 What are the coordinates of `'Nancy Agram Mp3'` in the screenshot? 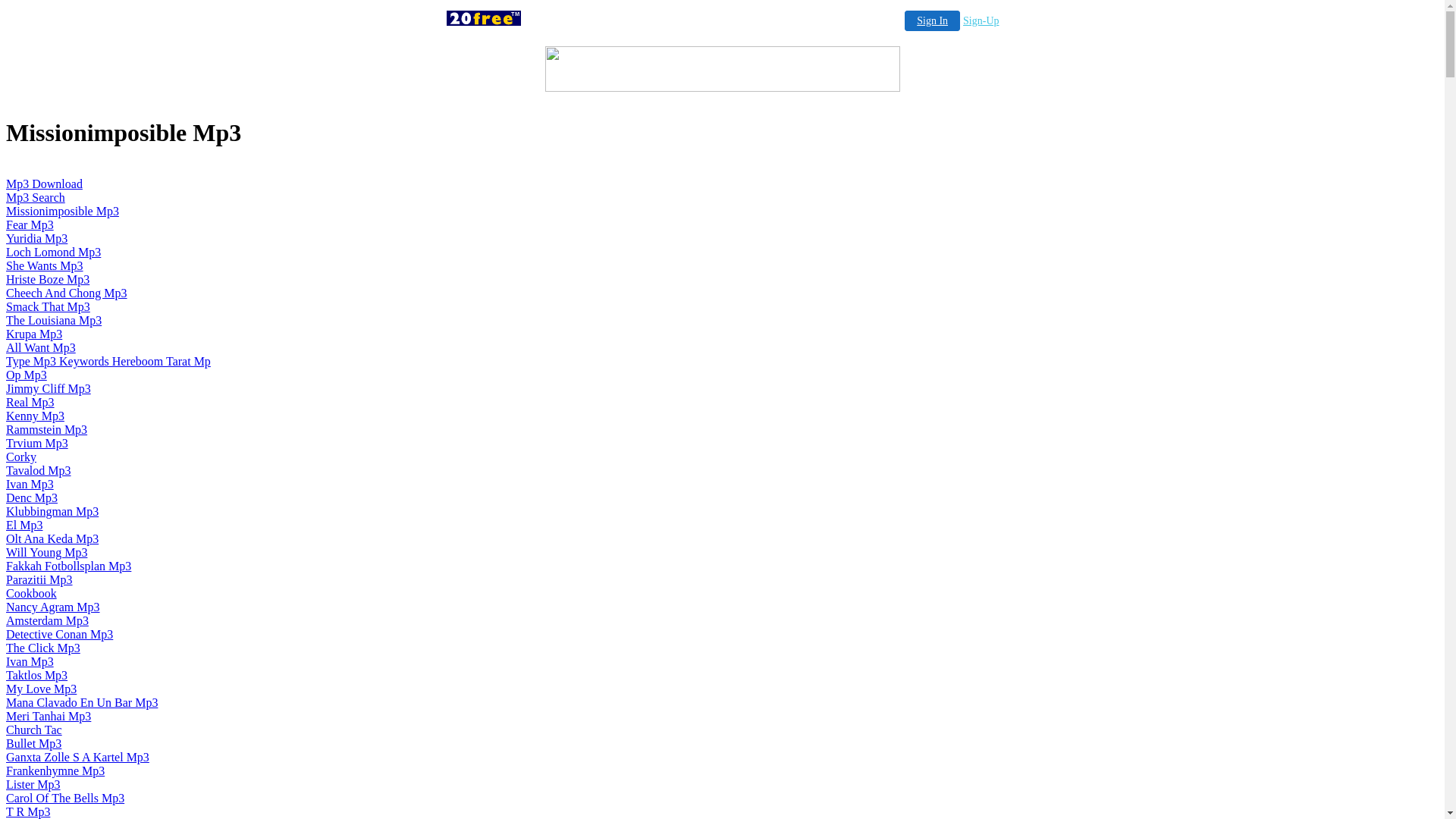 It's located at (53, 606).